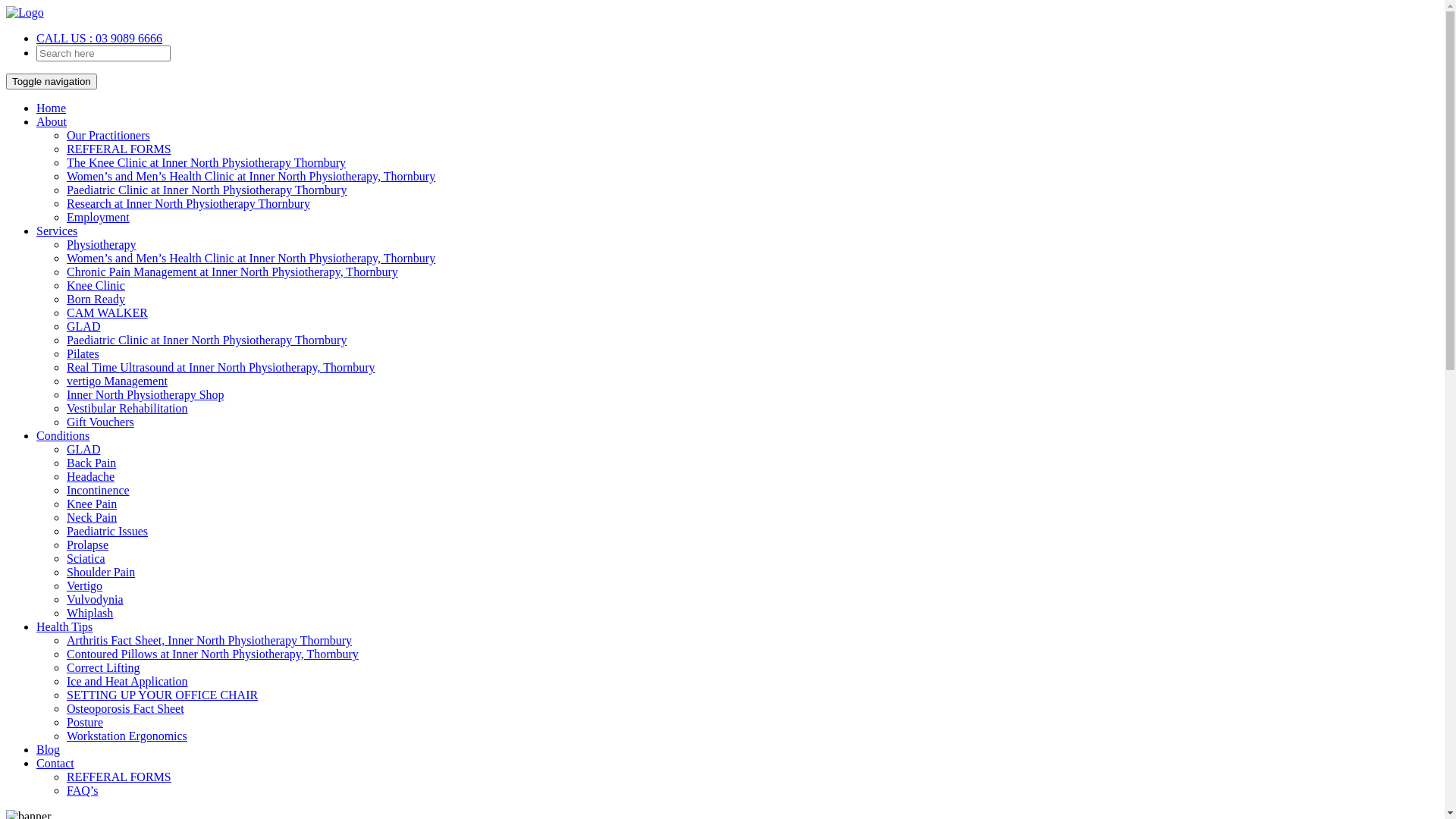  What do you see at coordinates (57, 231) in the screenshot?
I see `'Services'` at bounding box center [57, 231].